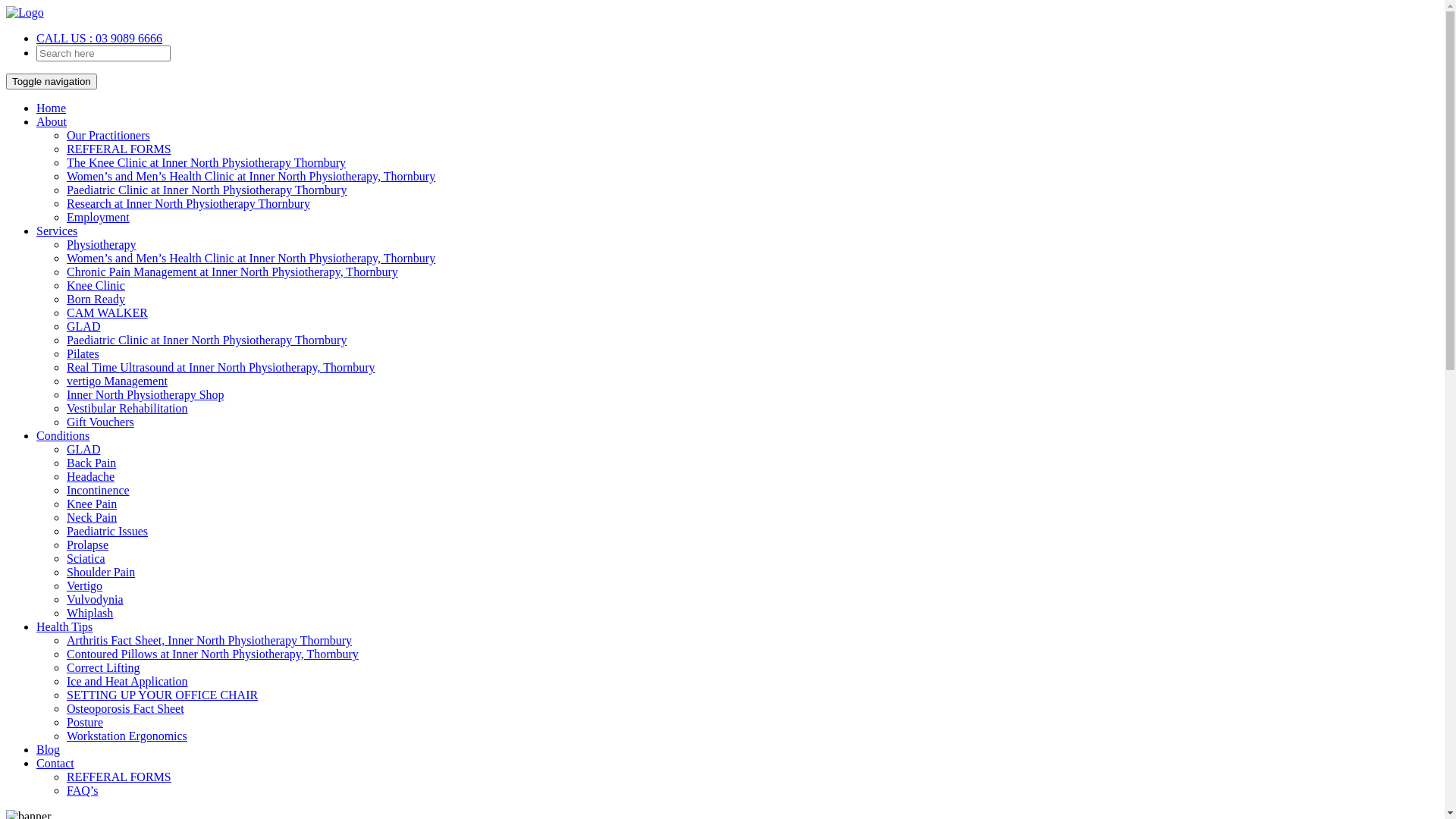  What do you see at coordinates (57, 231) in the screenshot?
I see `'Services'` at bounding box center [57, 231].